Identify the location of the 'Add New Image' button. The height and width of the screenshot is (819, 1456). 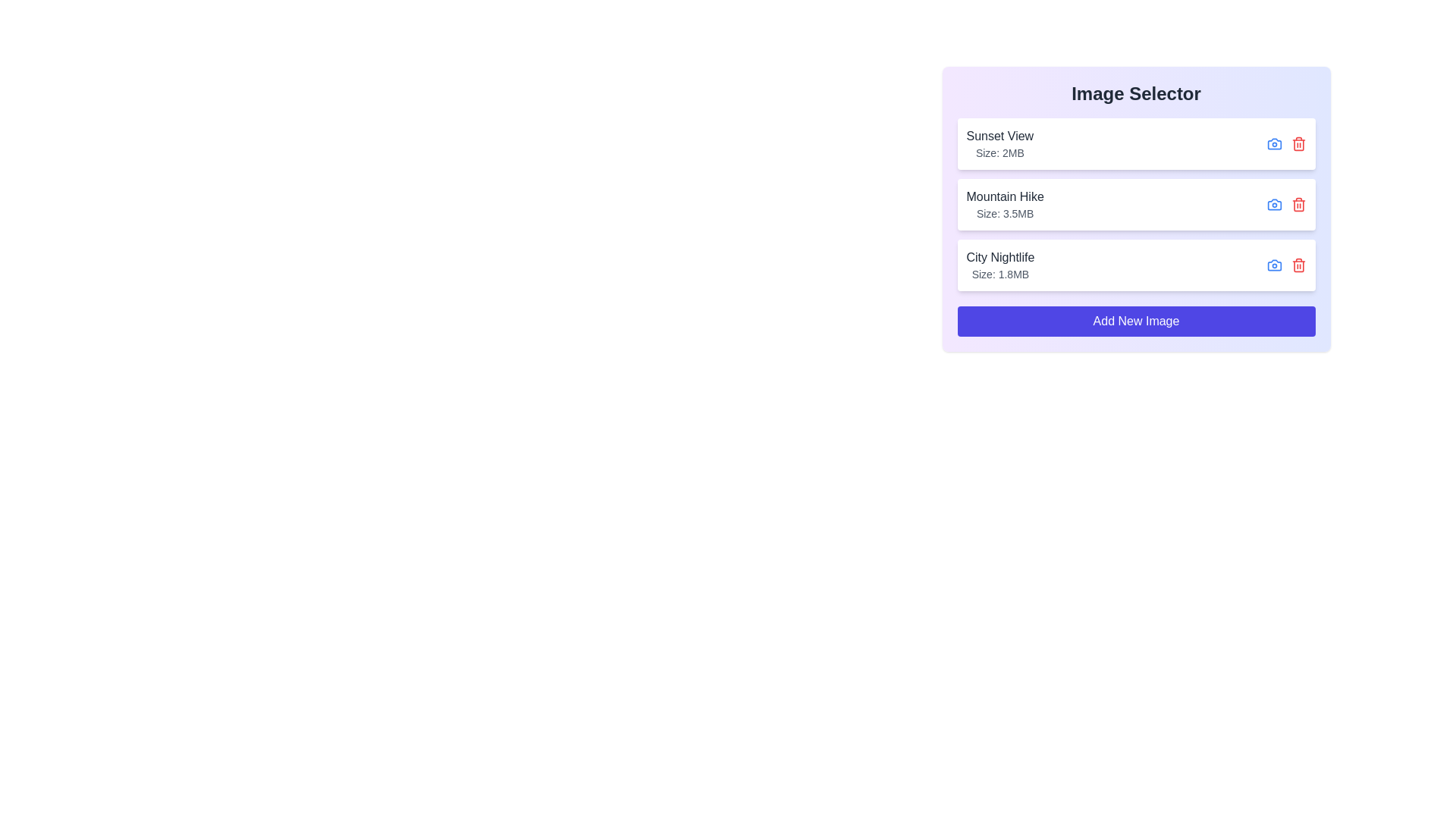
(1136, 321).